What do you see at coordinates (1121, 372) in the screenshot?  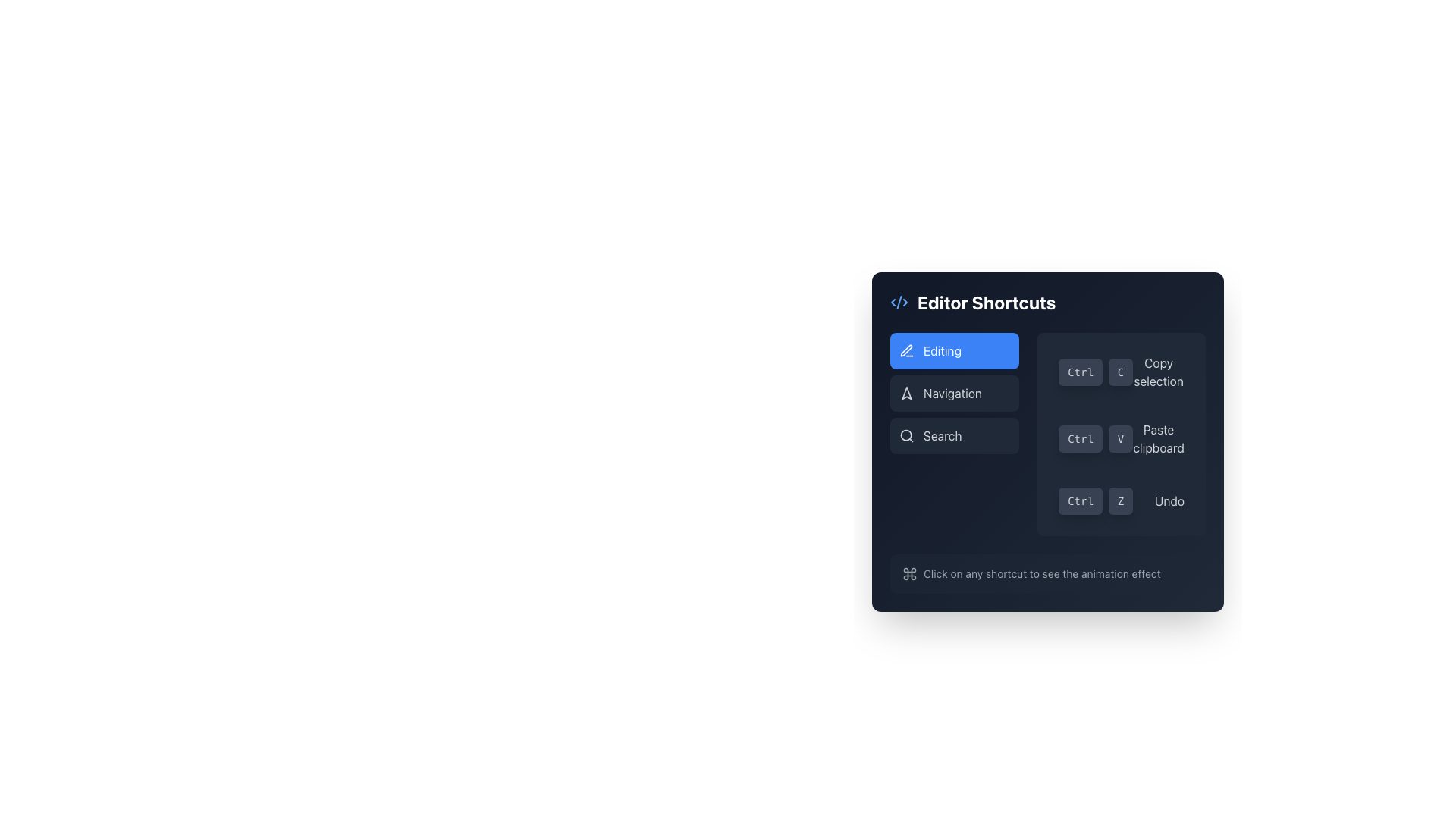 I see `the keyboard shortcut representation for 'Copy selection', located in the upper portion of the 'Editing' section, specifically the first in the vertical list of shortcuts` at bounding box center [1121, 372].